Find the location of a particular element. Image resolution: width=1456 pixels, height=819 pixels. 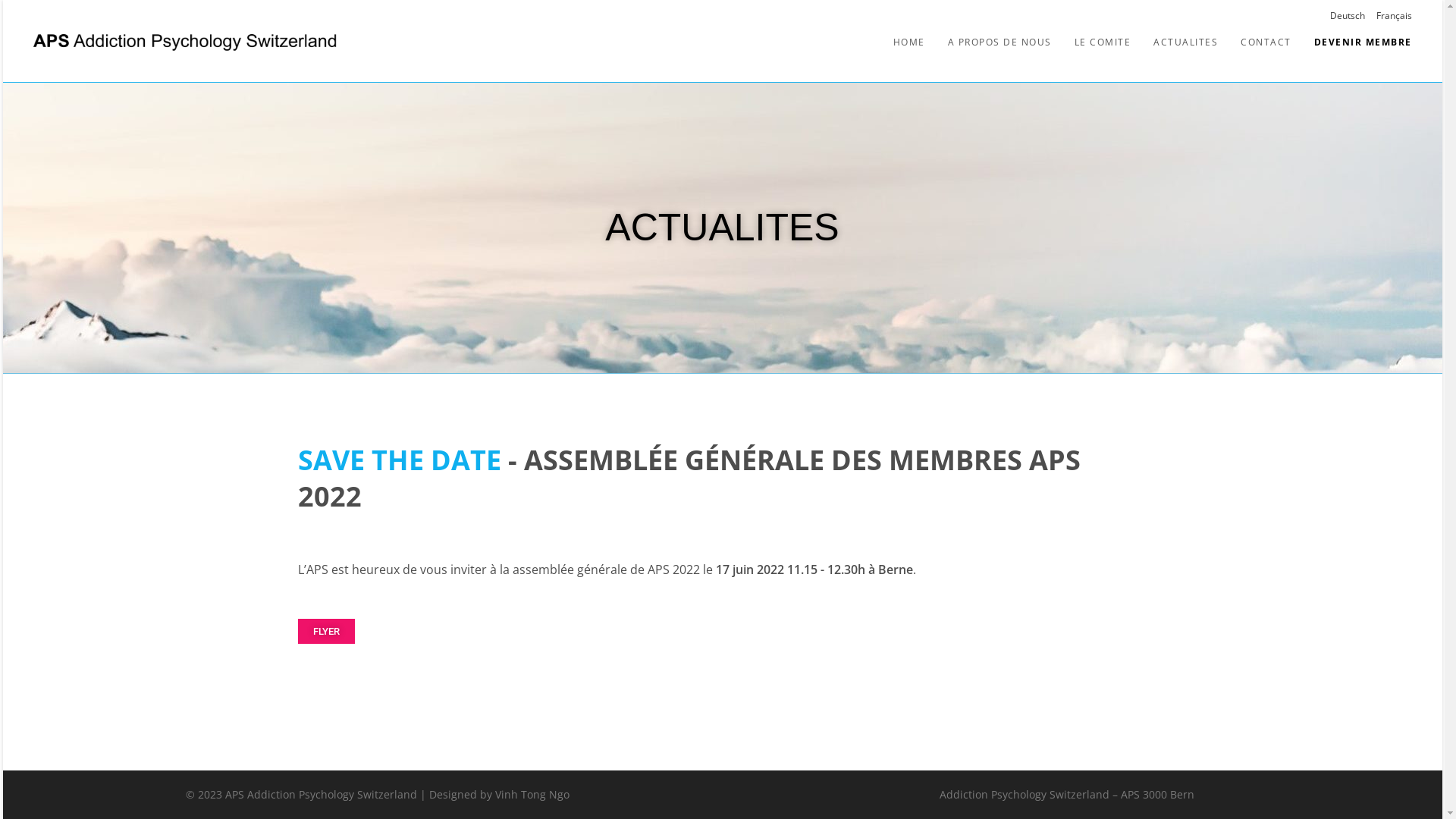

'FLYER' is located at coordinates (325, 631).